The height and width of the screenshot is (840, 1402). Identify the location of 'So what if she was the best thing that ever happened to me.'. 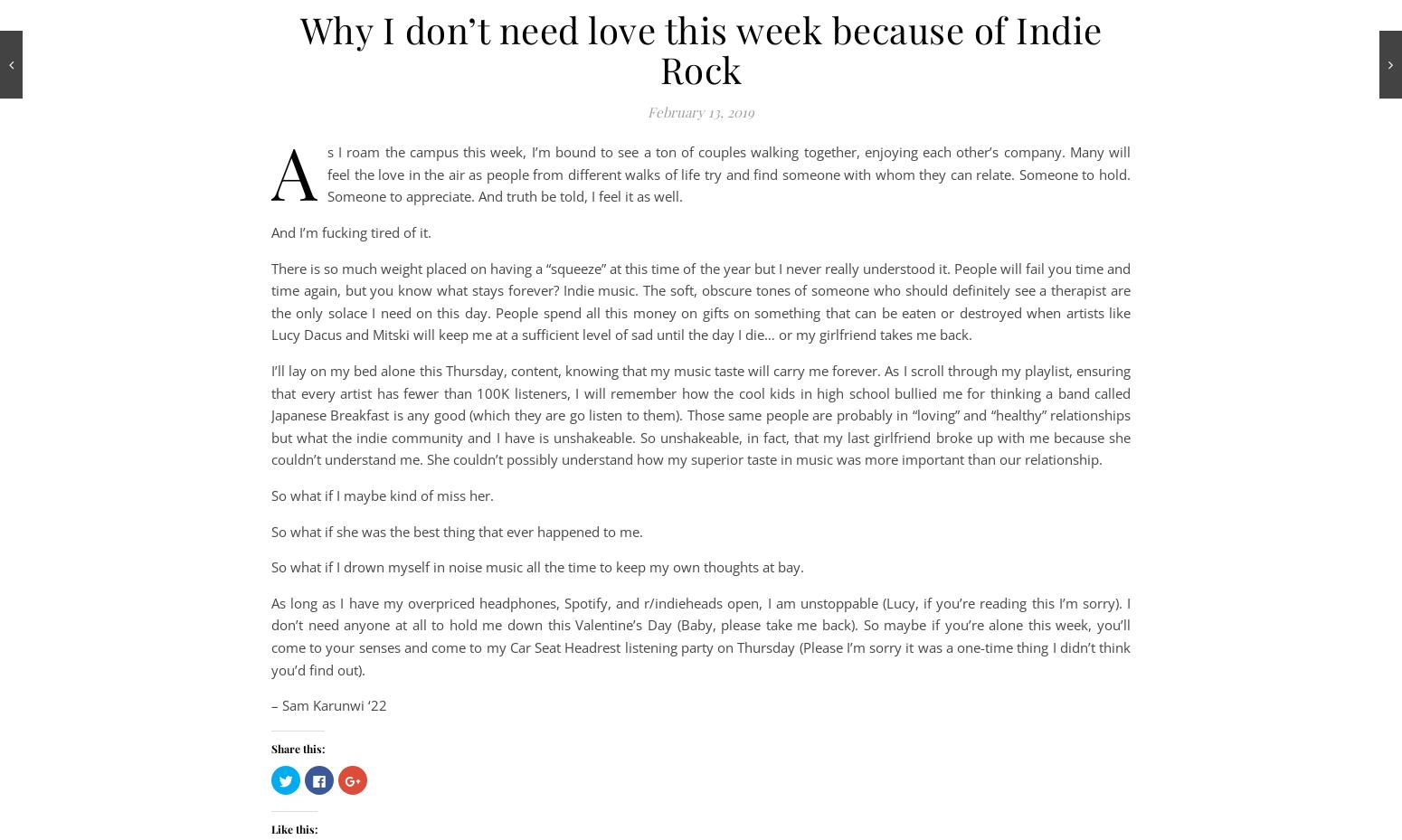
(456, 530).